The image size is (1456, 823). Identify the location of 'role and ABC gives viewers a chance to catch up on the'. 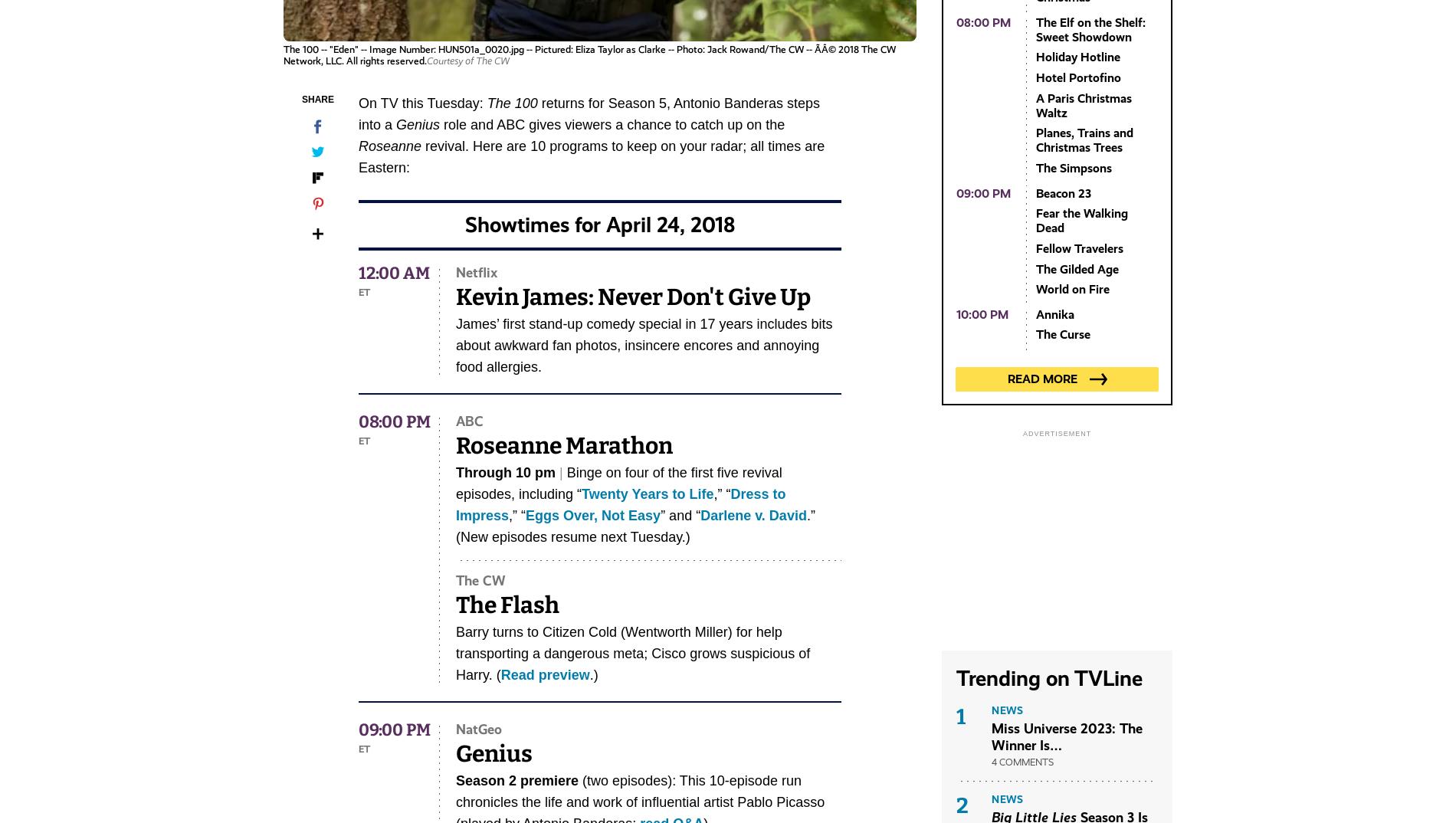
(611, 125).